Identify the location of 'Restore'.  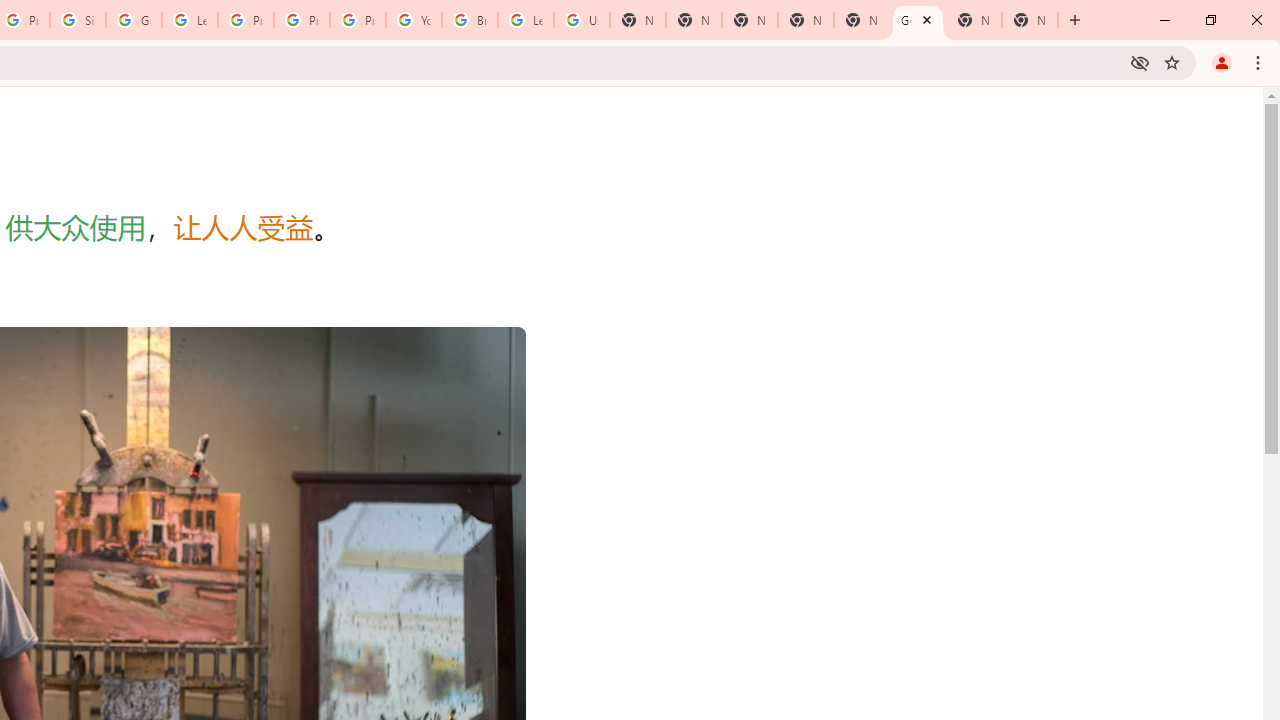
(1209, 20).